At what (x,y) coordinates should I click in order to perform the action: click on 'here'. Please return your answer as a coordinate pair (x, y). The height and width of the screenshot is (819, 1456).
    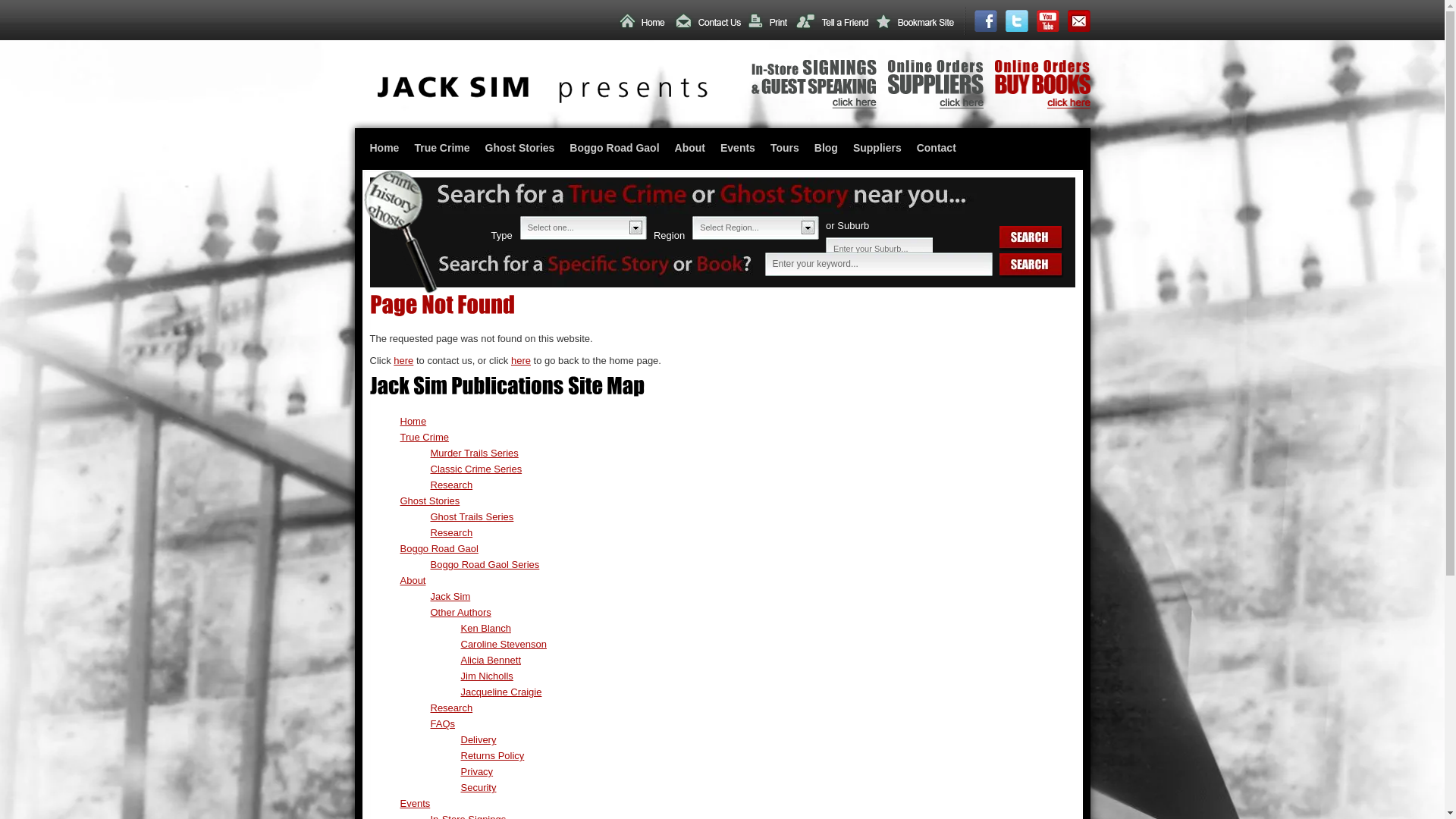
    Looking at the image, I should click on (393, 360).